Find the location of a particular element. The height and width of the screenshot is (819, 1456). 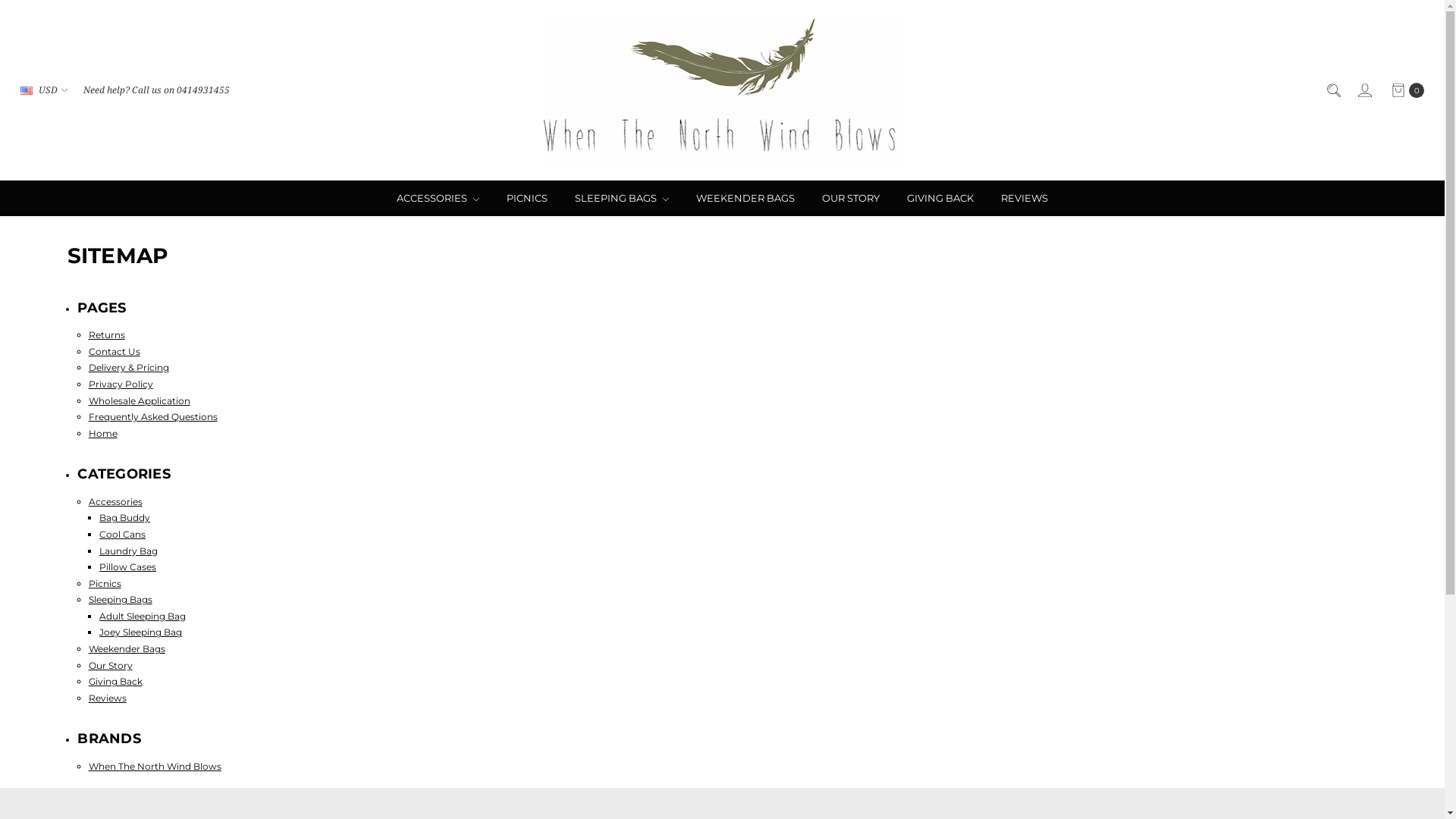

'When The North Wind Blows' is located at coordinates (542, 90).